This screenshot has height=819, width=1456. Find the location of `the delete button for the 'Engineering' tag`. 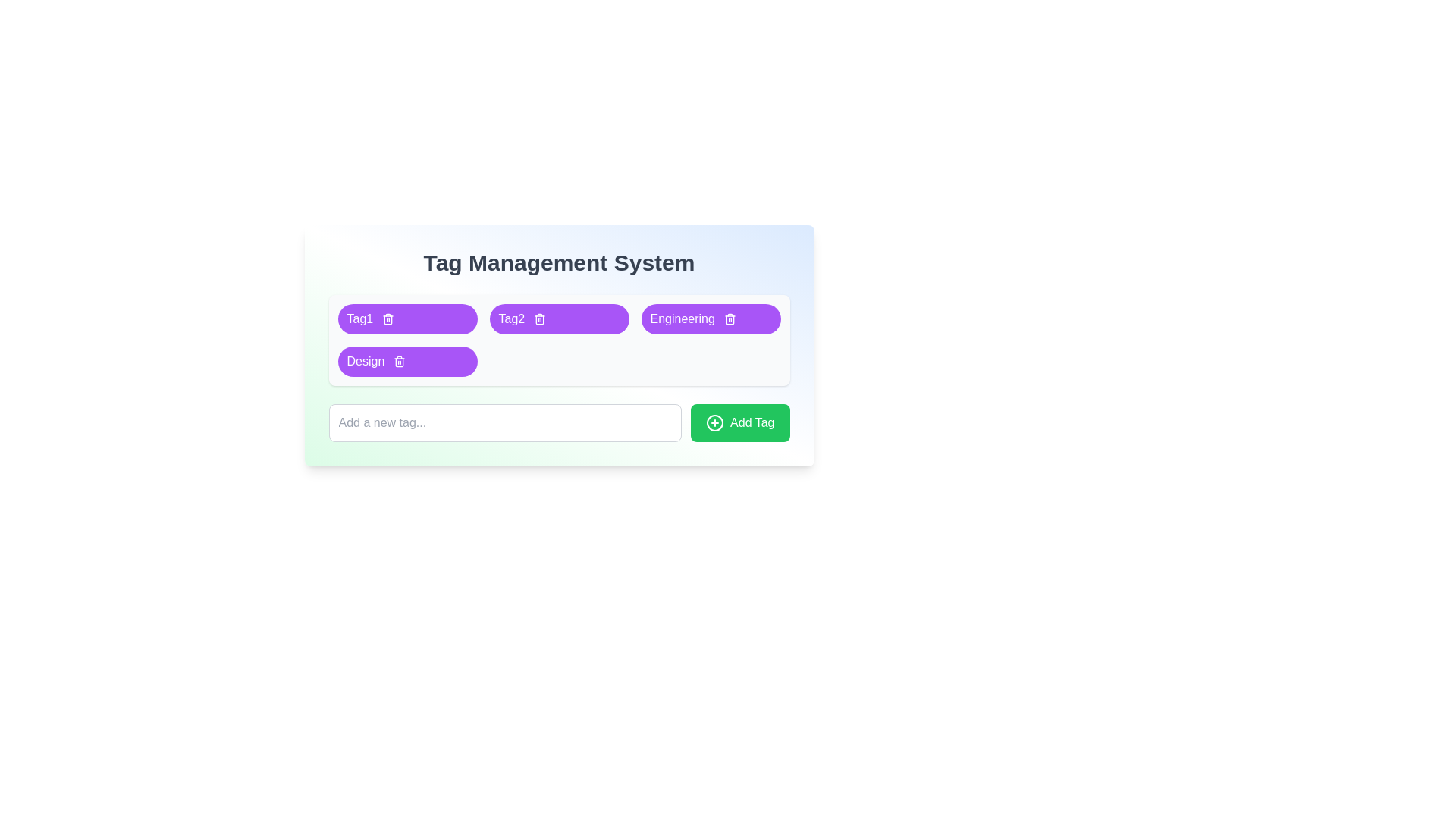

the delete button for the 'Engineering' tag is located at coordinates (730, 318).